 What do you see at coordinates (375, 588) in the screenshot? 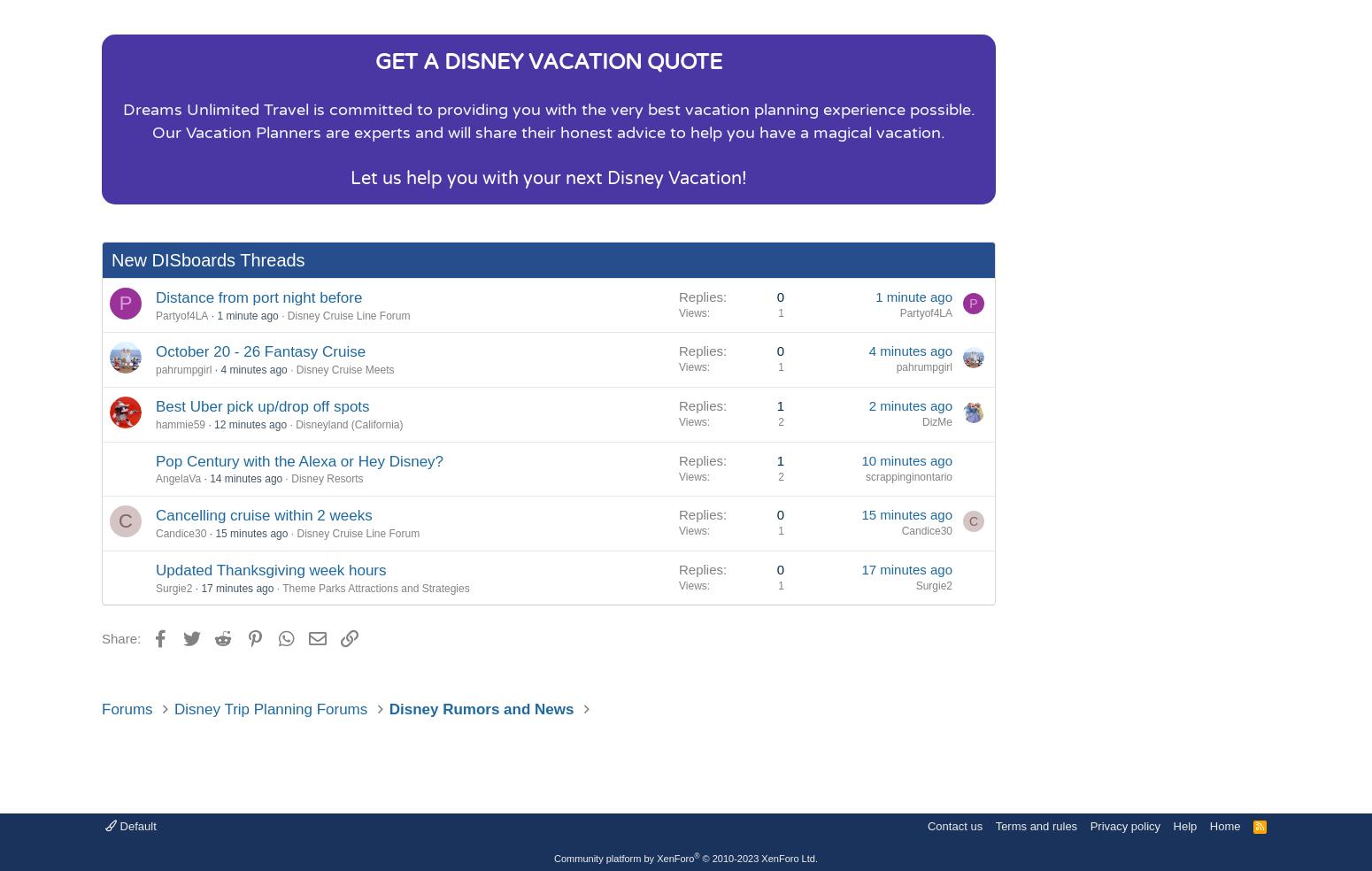
I see `'Theme Parks Attractions and Strategies'` at bounding box center [375, 588].